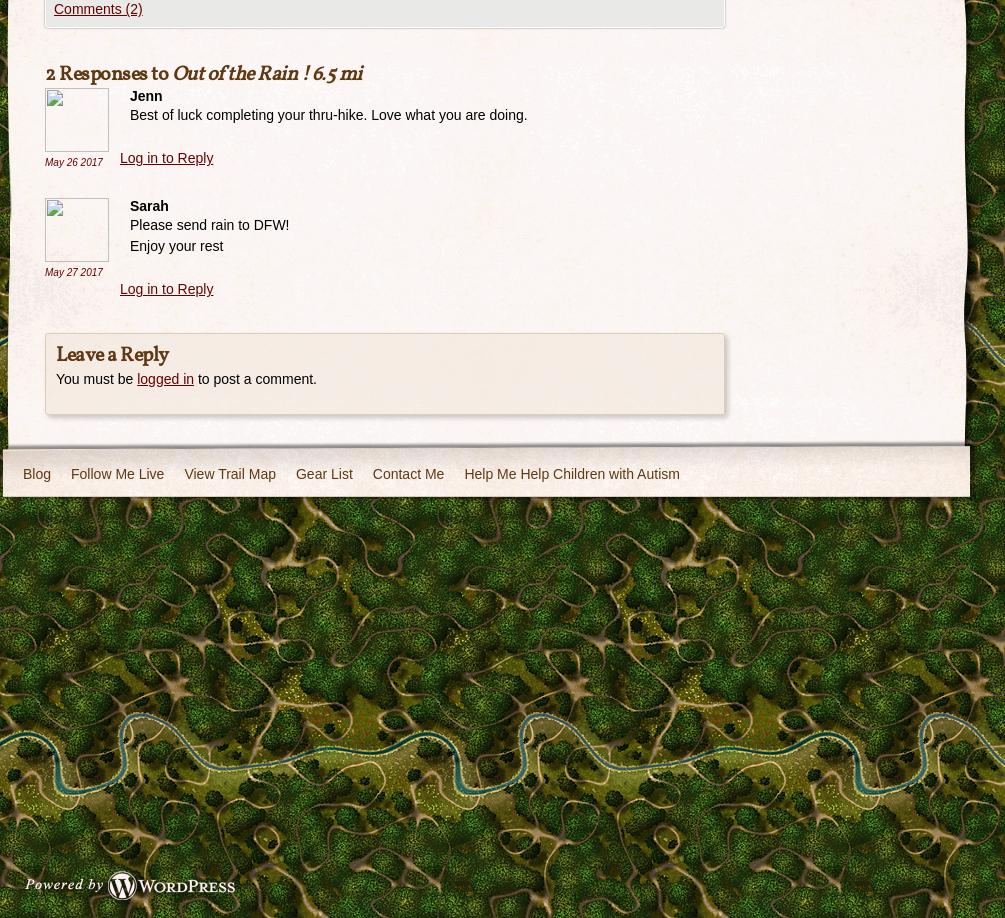  What do you see at coordinates (149, 204) in the screenshot?
I see `'Sarah'` at bounding box center [149, 204].